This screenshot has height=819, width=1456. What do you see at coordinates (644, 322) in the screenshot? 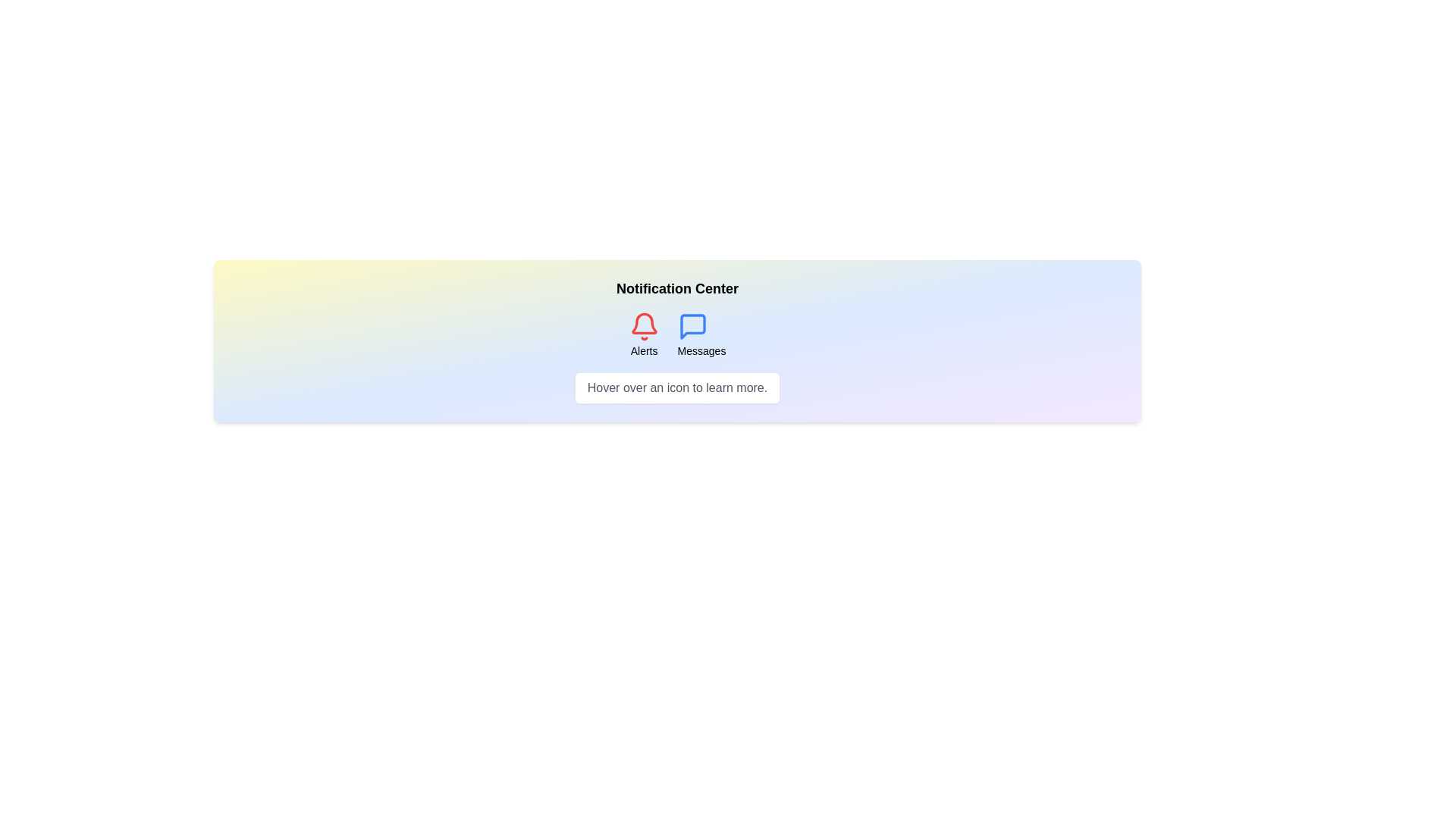
I see `the bell icon in the Notification Center to trigger a visual or textual response` at bounding box center [644, 322].